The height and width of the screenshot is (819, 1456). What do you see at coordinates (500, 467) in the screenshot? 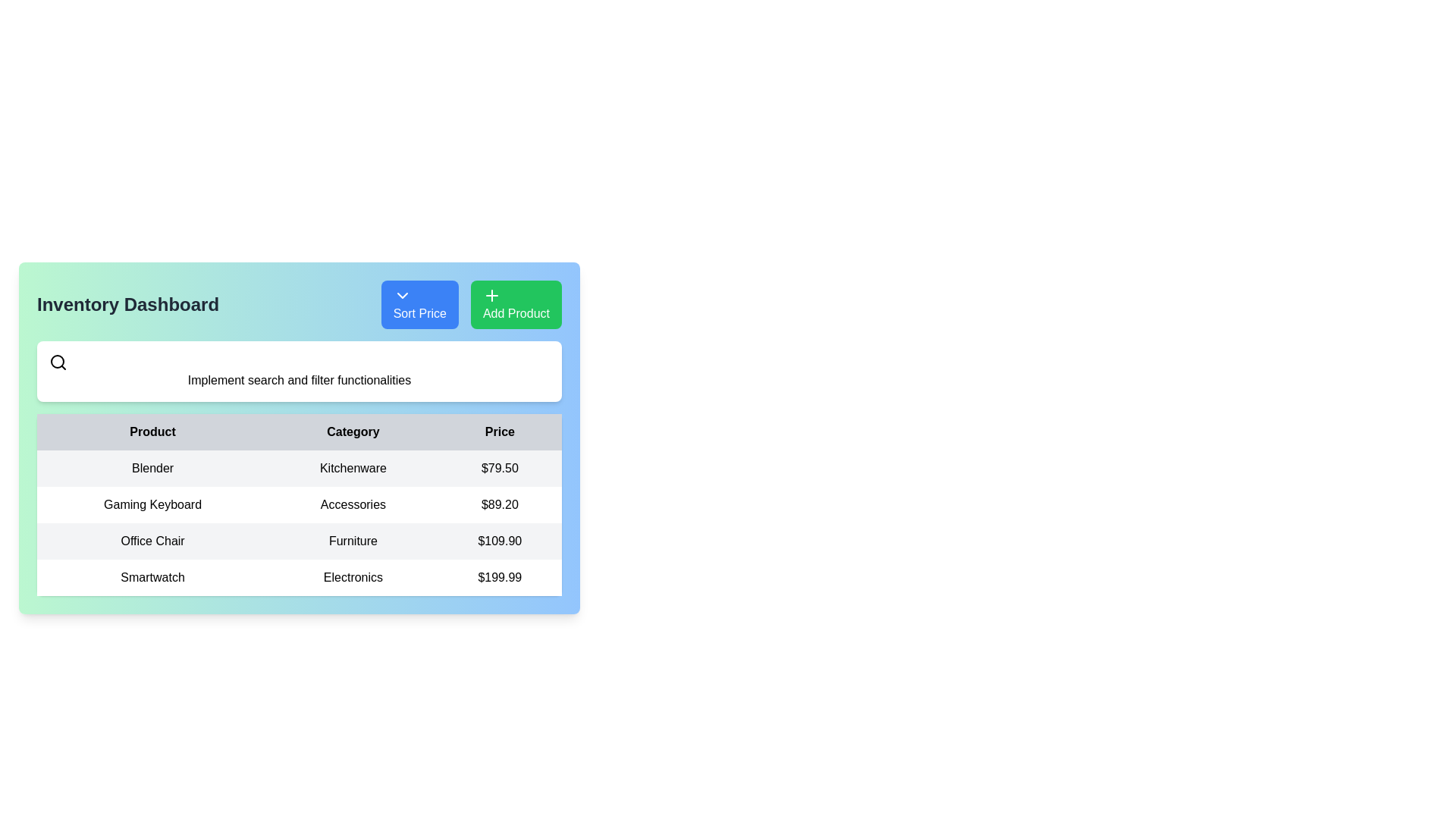
I see `price displayed in the text label located in the third column of the first row under the 'Price' column header` at bounding box center [500, 467].